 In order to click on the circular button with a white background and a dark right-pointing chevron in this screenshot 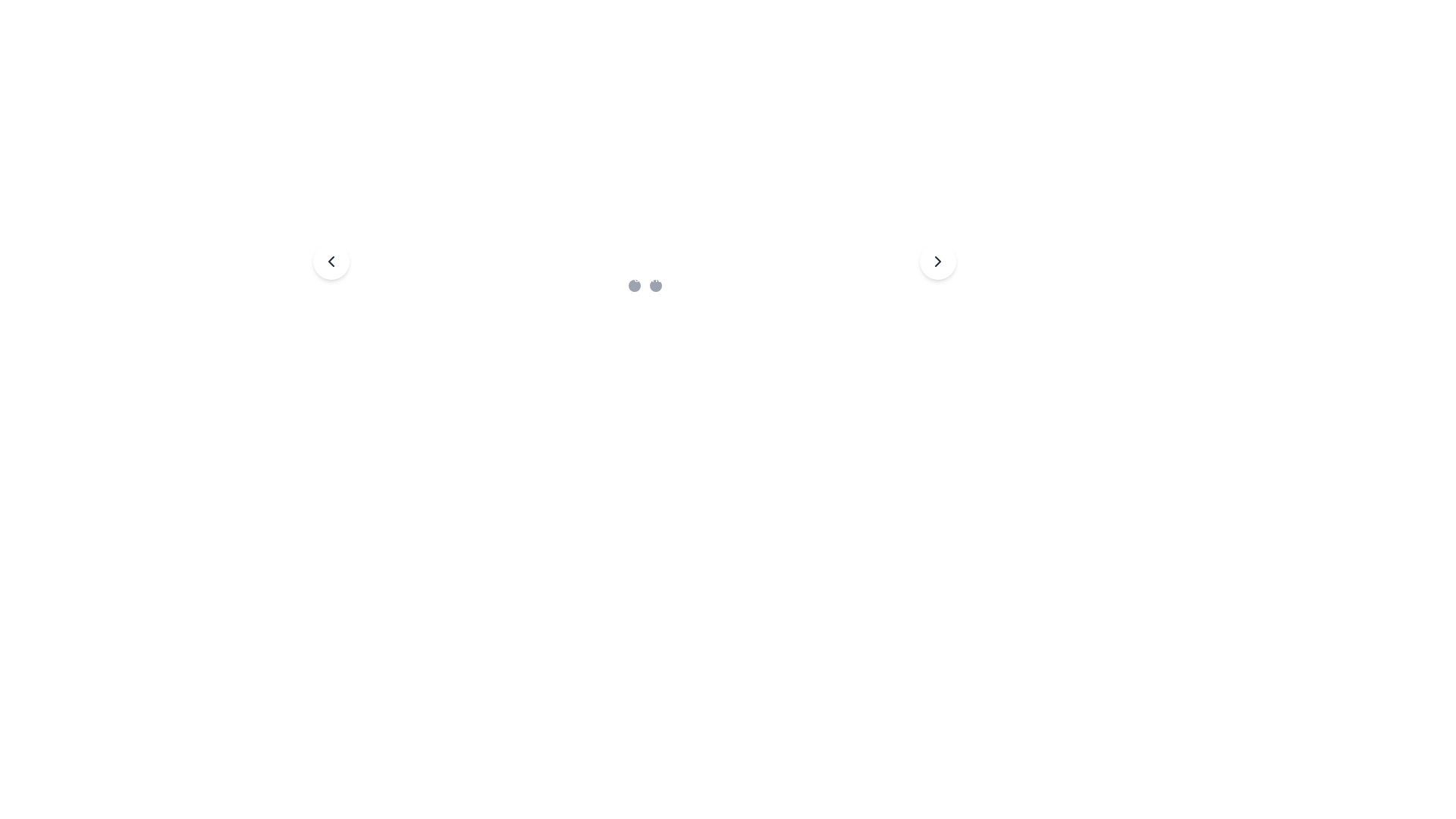, I will do `click(937, 260)`.